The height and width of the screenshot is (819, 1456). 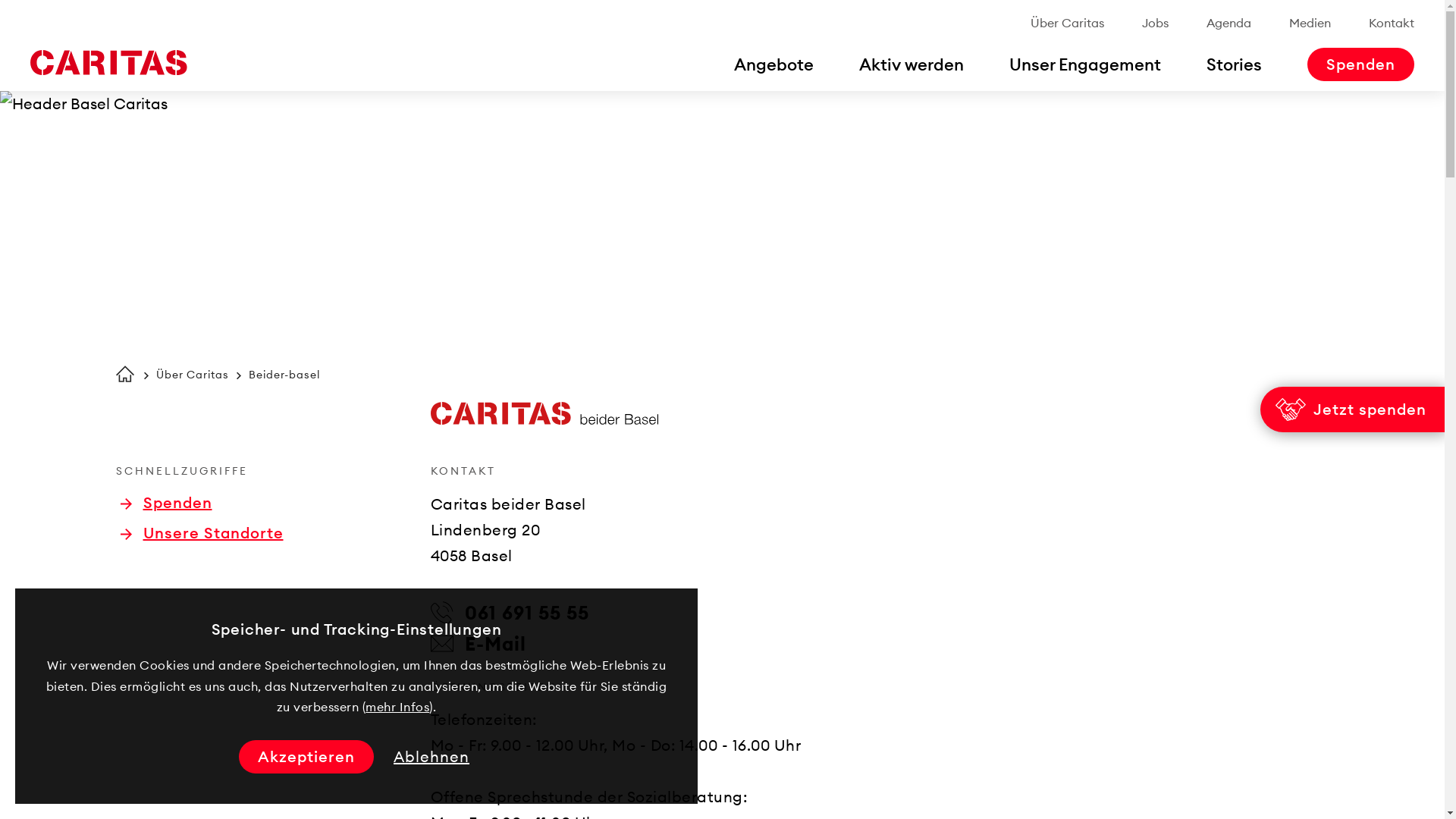 What do you see at coordinates (305, 757) in the screenshot?
I see `'Akzeptieren'` at bounding box center [305, 757].